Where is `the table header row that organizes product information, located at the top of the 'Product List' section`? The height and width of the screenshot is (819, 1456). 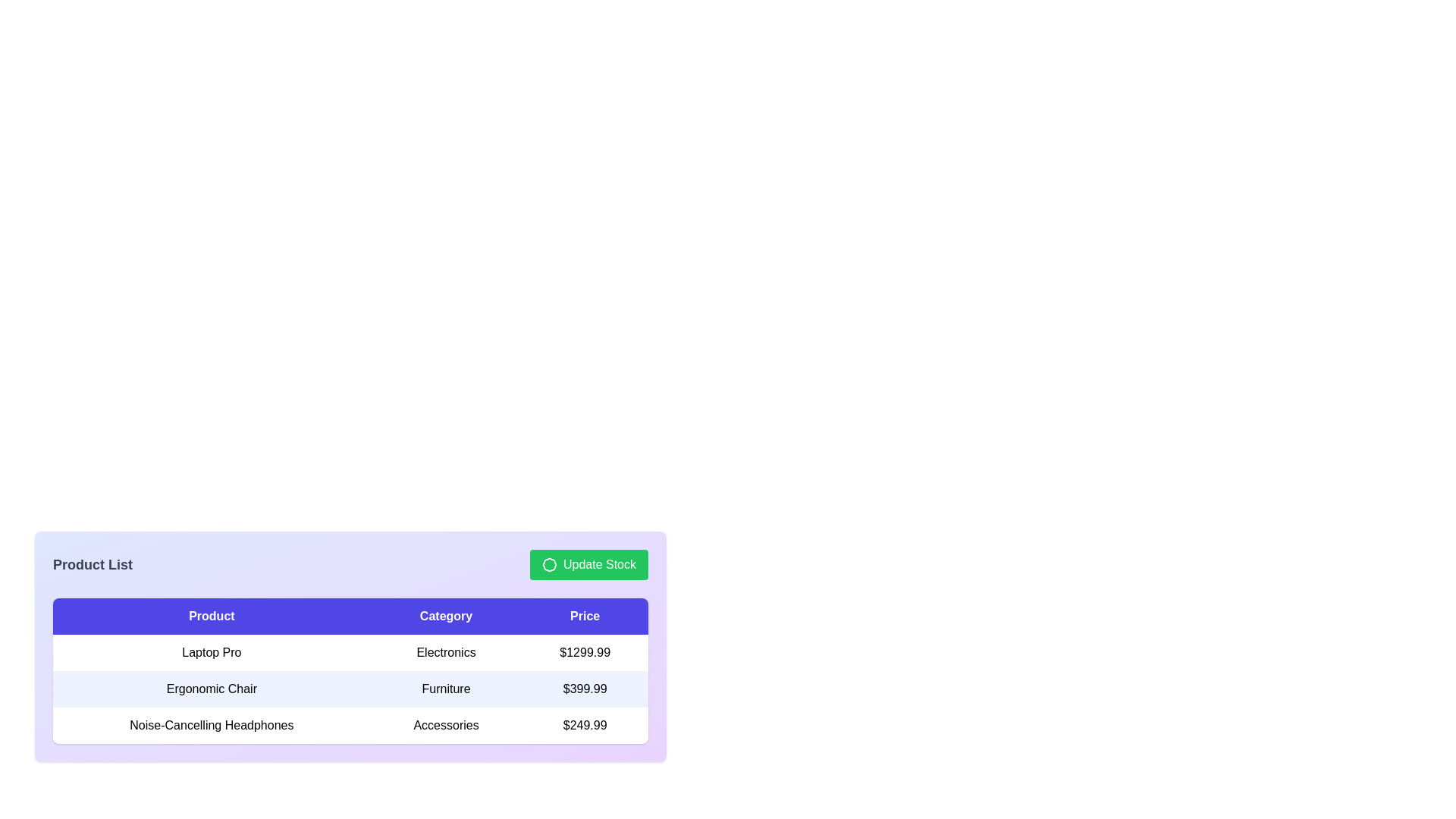
the table header row that organizes product information, located at the top of the 'Product List' section is located at coordinates (350, 617).